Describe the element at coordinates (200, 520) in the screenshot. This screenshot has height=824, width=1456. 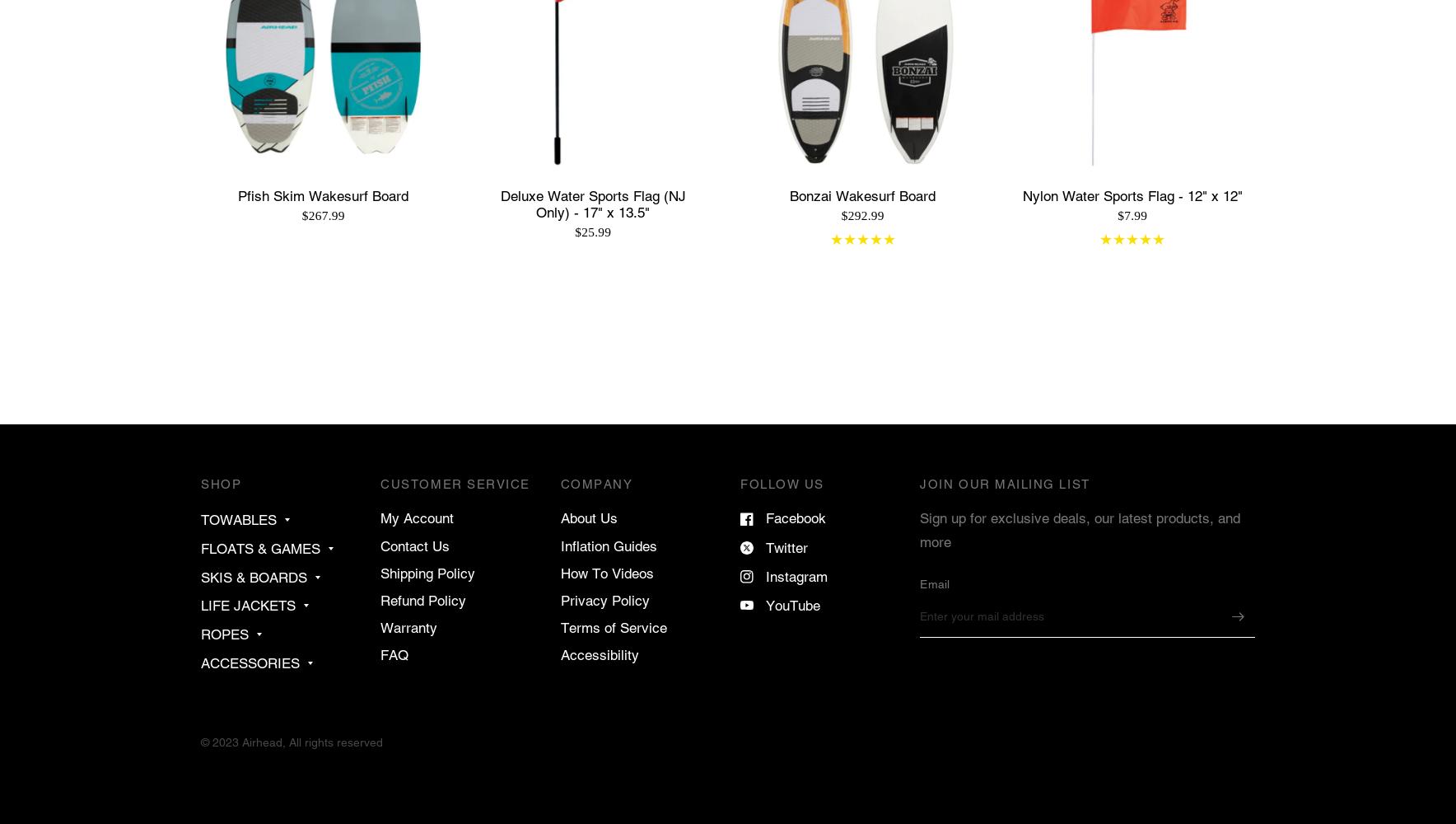
I see `'TOWABLES'` at that location.